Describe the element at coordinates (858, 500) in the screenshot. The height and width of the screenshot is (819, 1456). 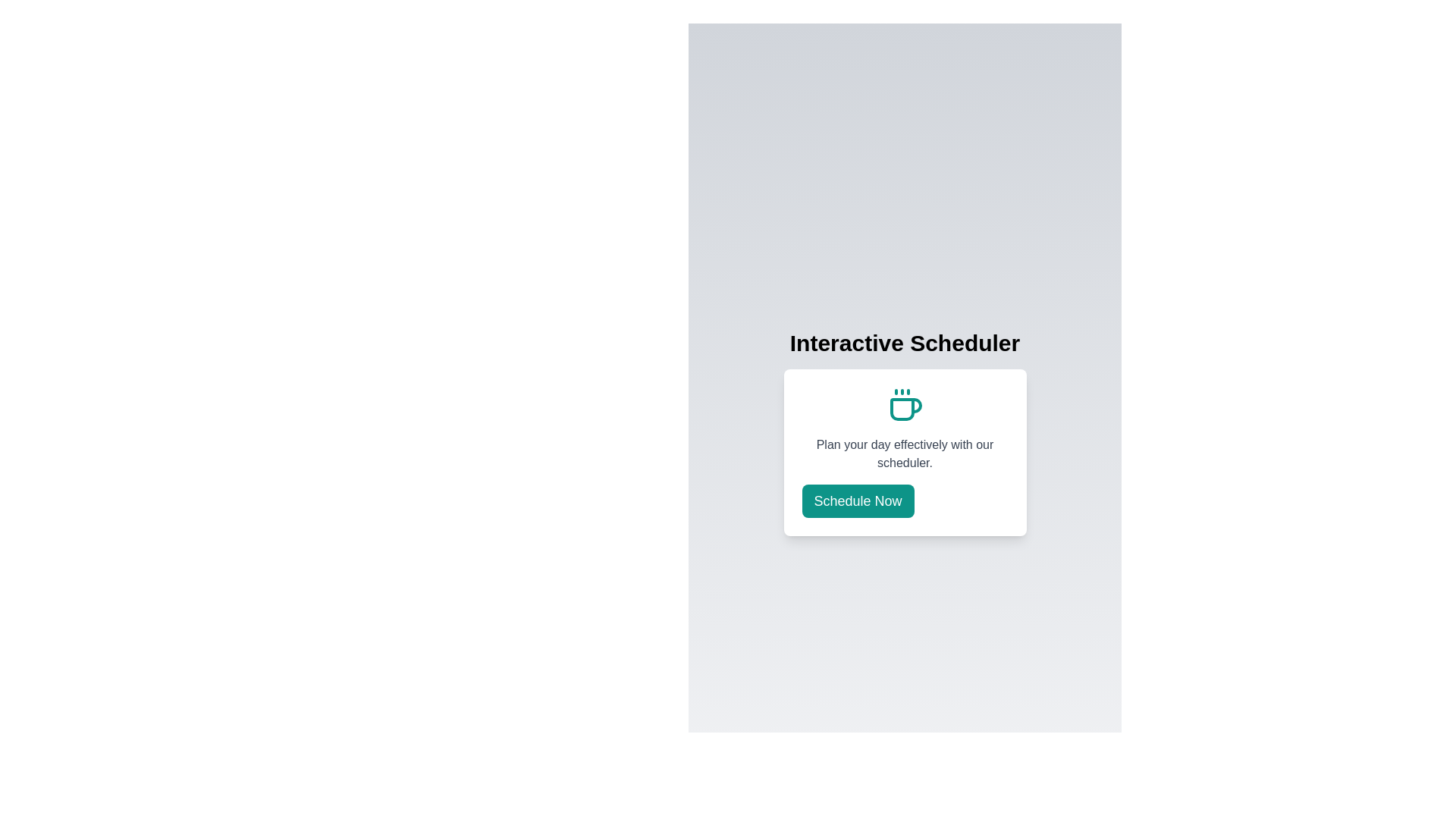
I see `the 'Schedule Now' button, which is a teal rectangular button with rounded corners and white bold text, located below the text 'Plan your day effectively with our scheduler.'` at that location.